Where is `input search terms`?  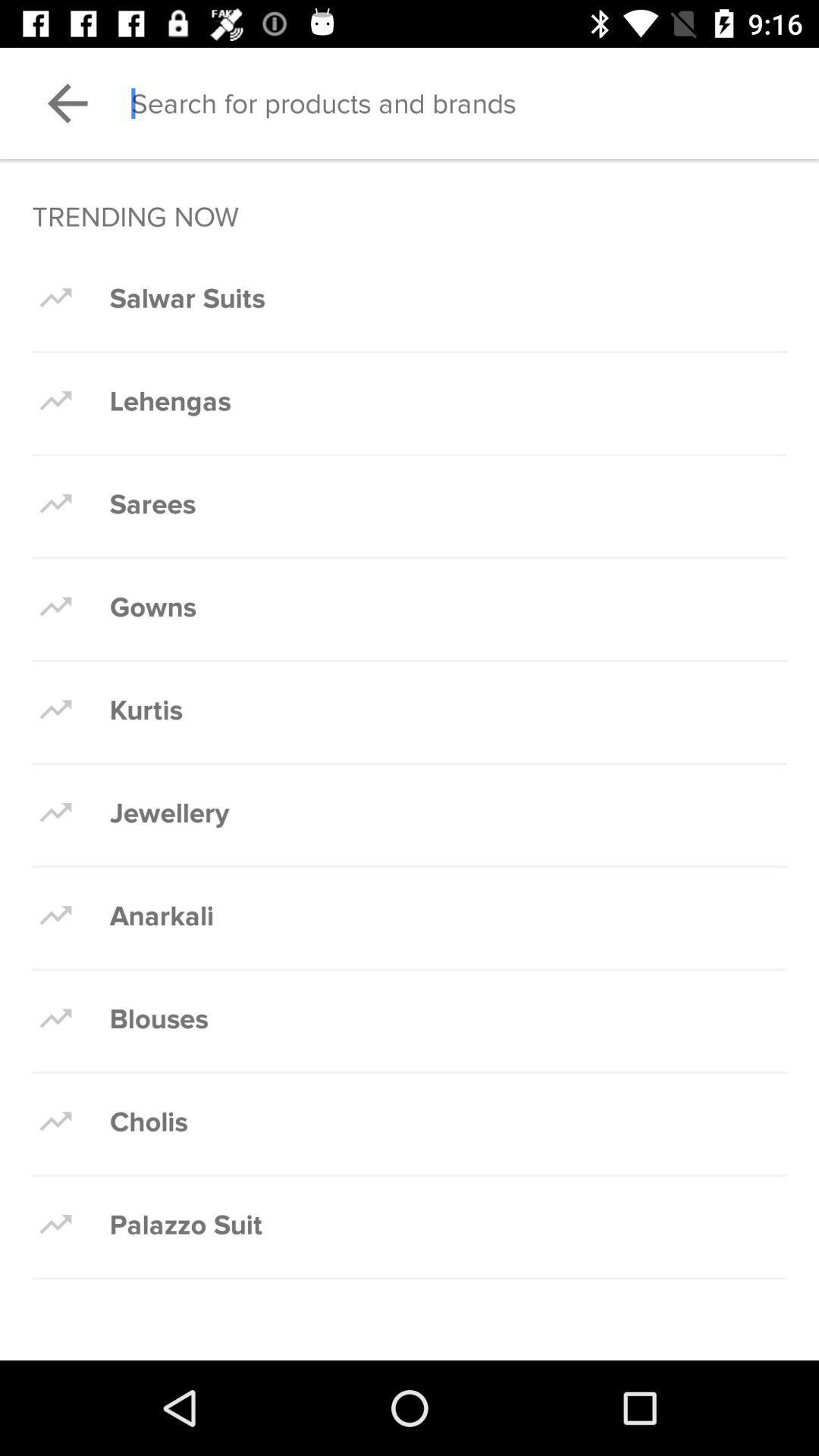 input search terms is located at coordinates (474, 102).